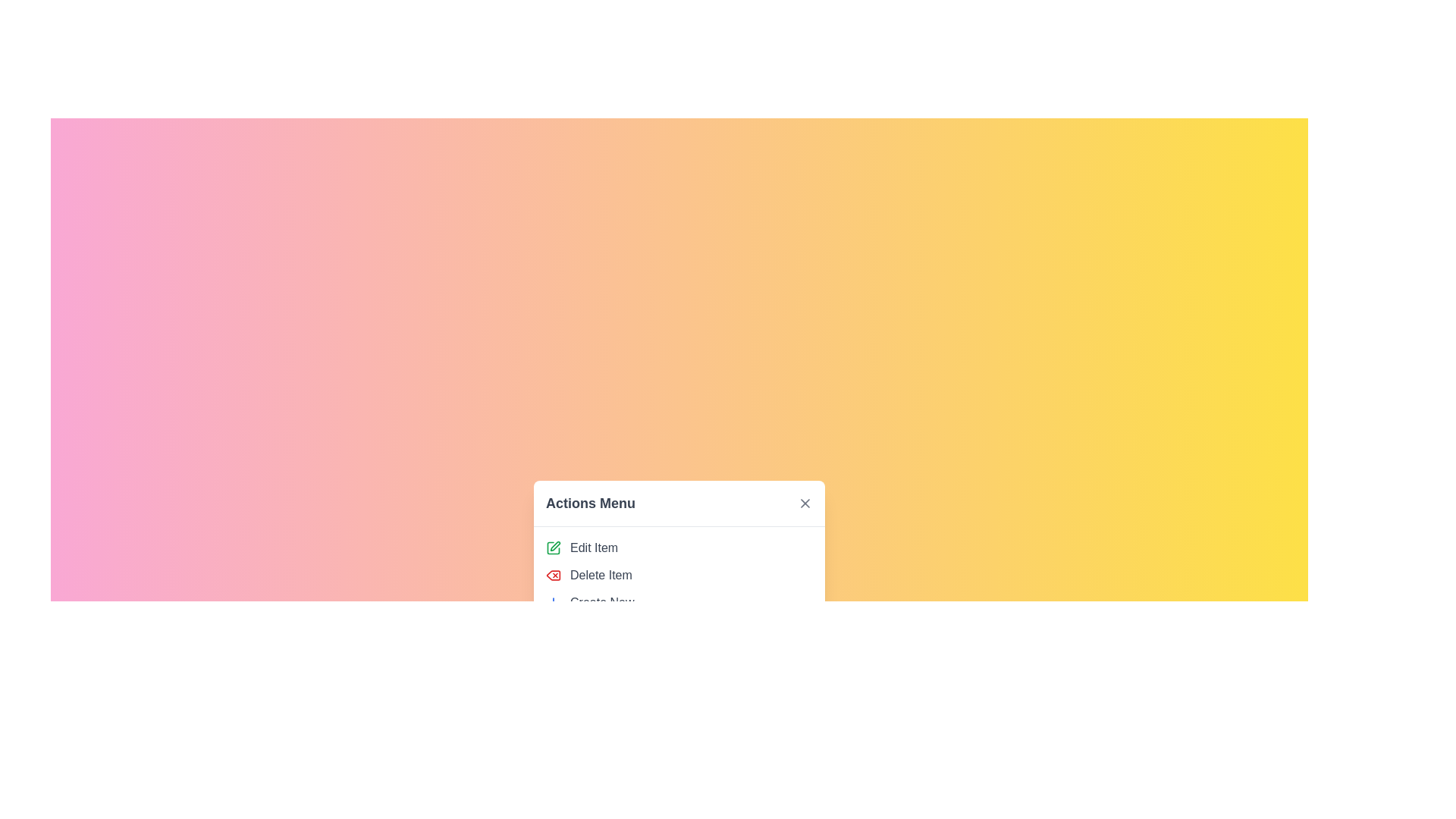 The image size is (1456, 819). I want to click on the Close button icon located in the top-right corner of the 'Actions Menu' panel by moving the cursor to it, so click(804, 503).